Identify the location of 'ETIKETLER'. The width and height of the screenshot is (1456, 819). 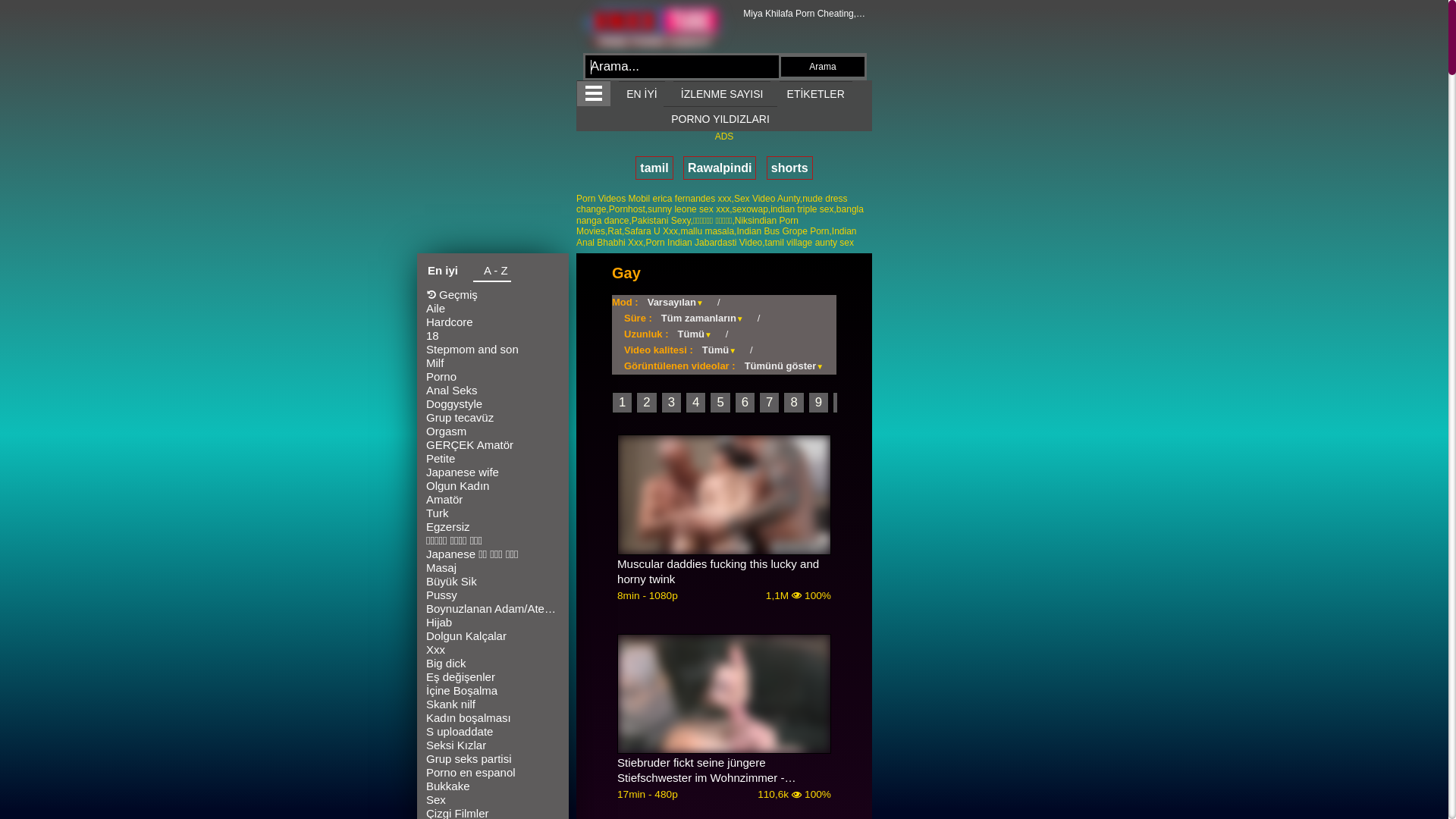
(779, 93).